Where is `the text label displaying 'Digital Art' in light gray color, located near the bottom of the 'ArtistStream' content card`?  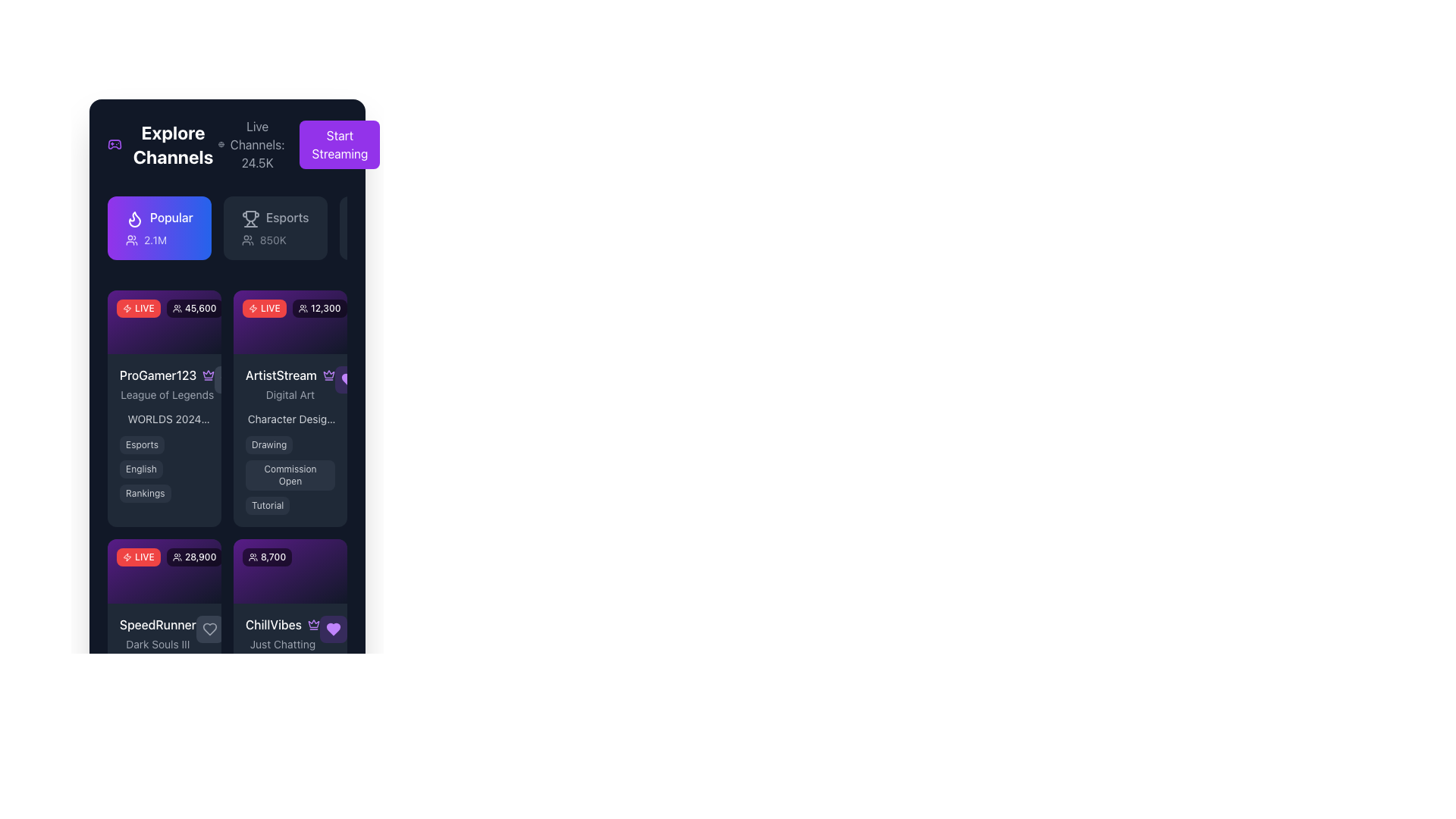 the text label displaying 'Digital Art' in light gray color, located near the bottom of the 'ArtistStream' content card is located at coordinates (290, 394).